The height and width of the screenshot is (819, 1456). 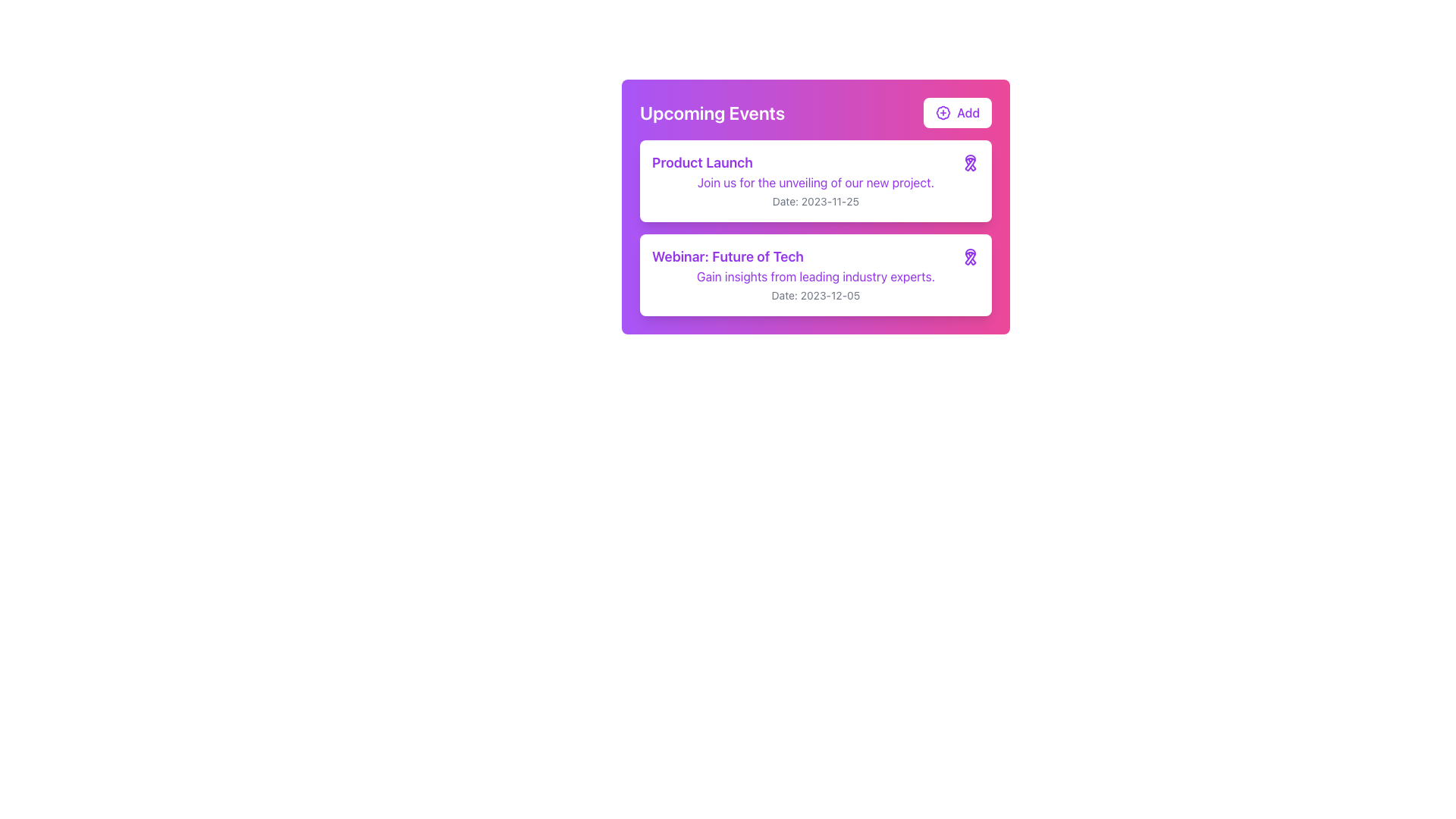 I want to click on the informational text label displaying the date of the event, located below the description text in the 'Product Launch' card, so click(x=814, y=200).